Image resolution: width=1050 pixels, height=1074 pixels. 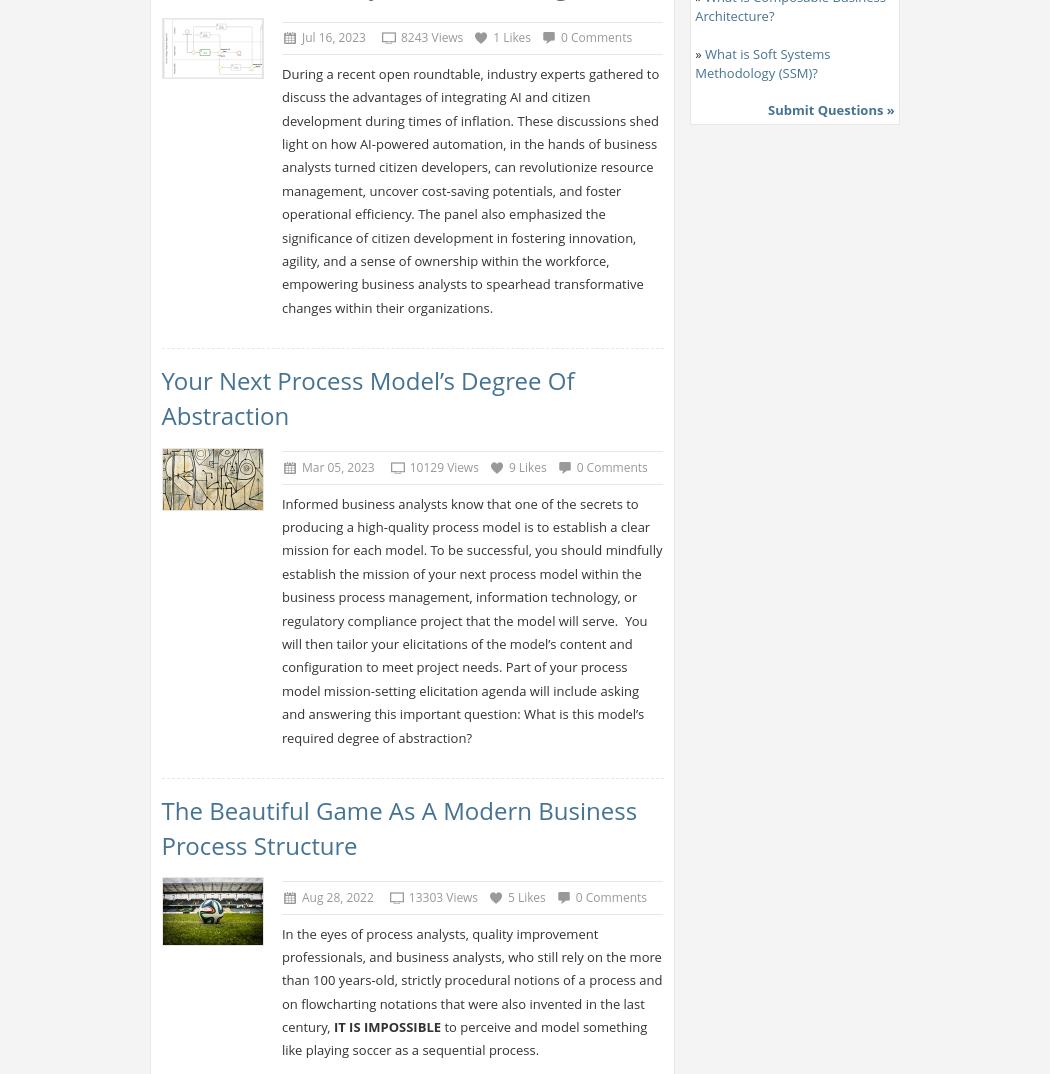 I want to click on '13303 Views', so click(x=408, y=896).